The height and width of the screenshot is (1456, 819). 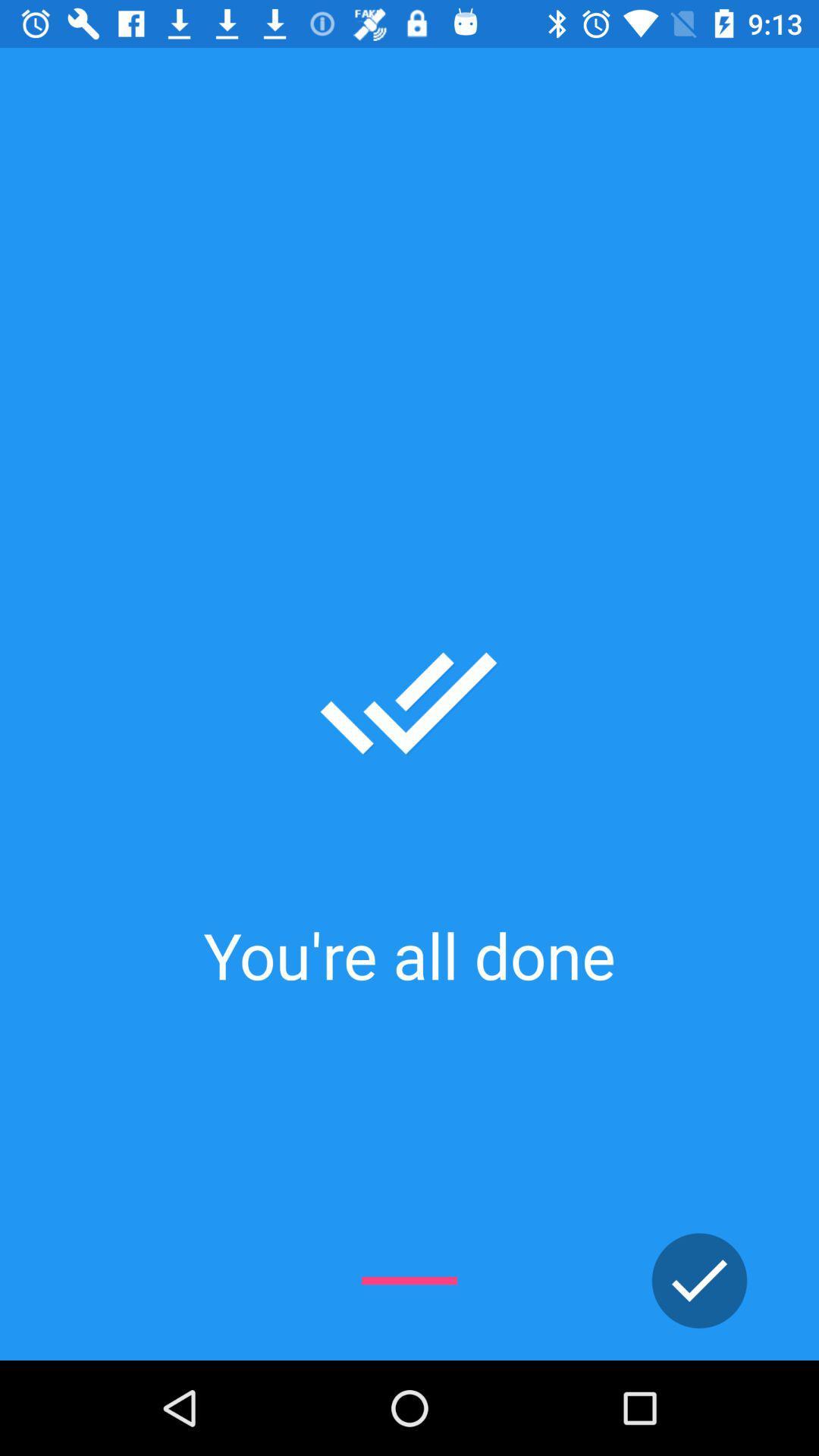 I want to click on the check icon, so click(x=699, y=1280).